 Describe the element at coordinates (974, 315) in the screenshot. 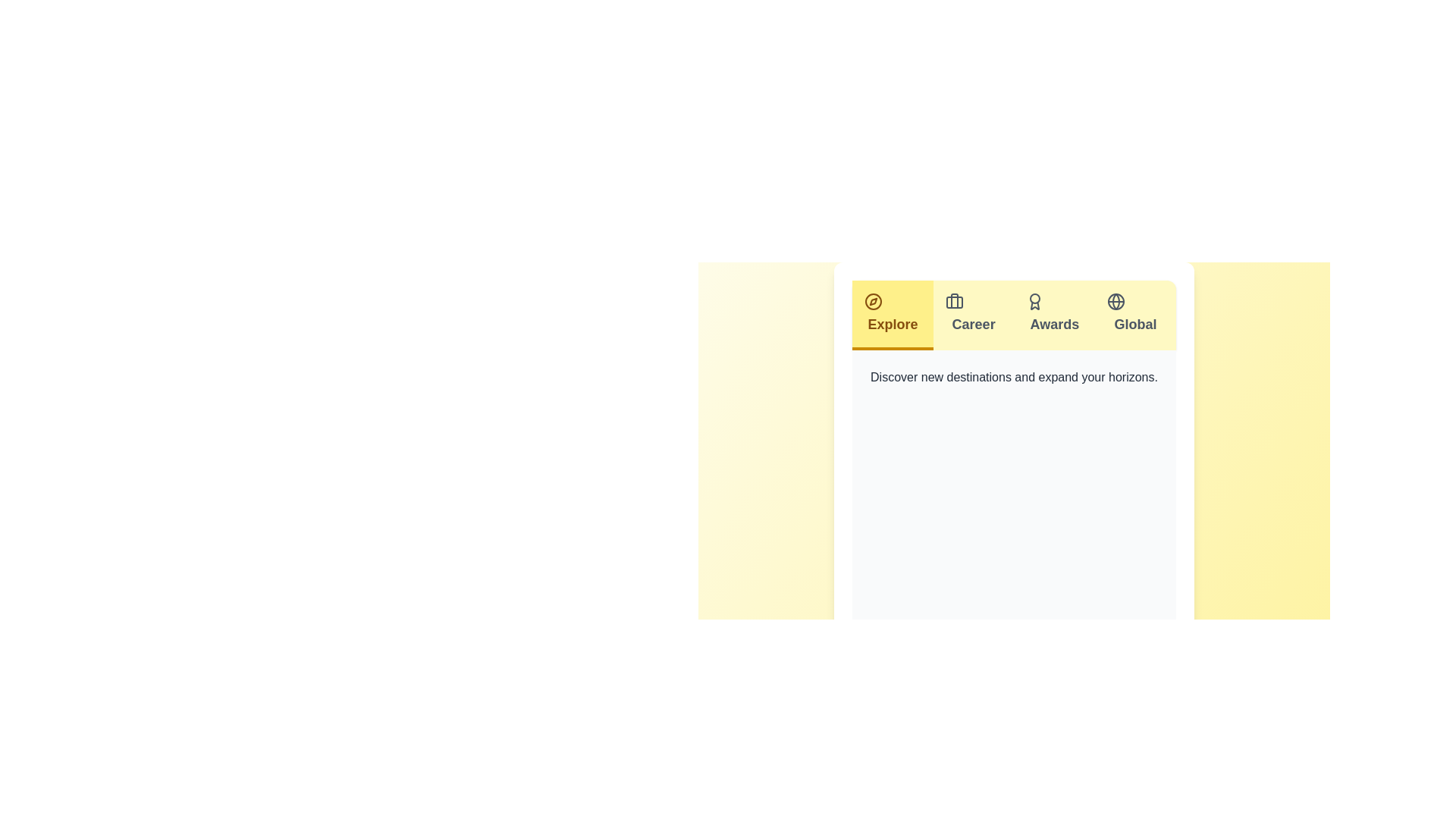

I see `the tab labeled Career to view its content` at that location.